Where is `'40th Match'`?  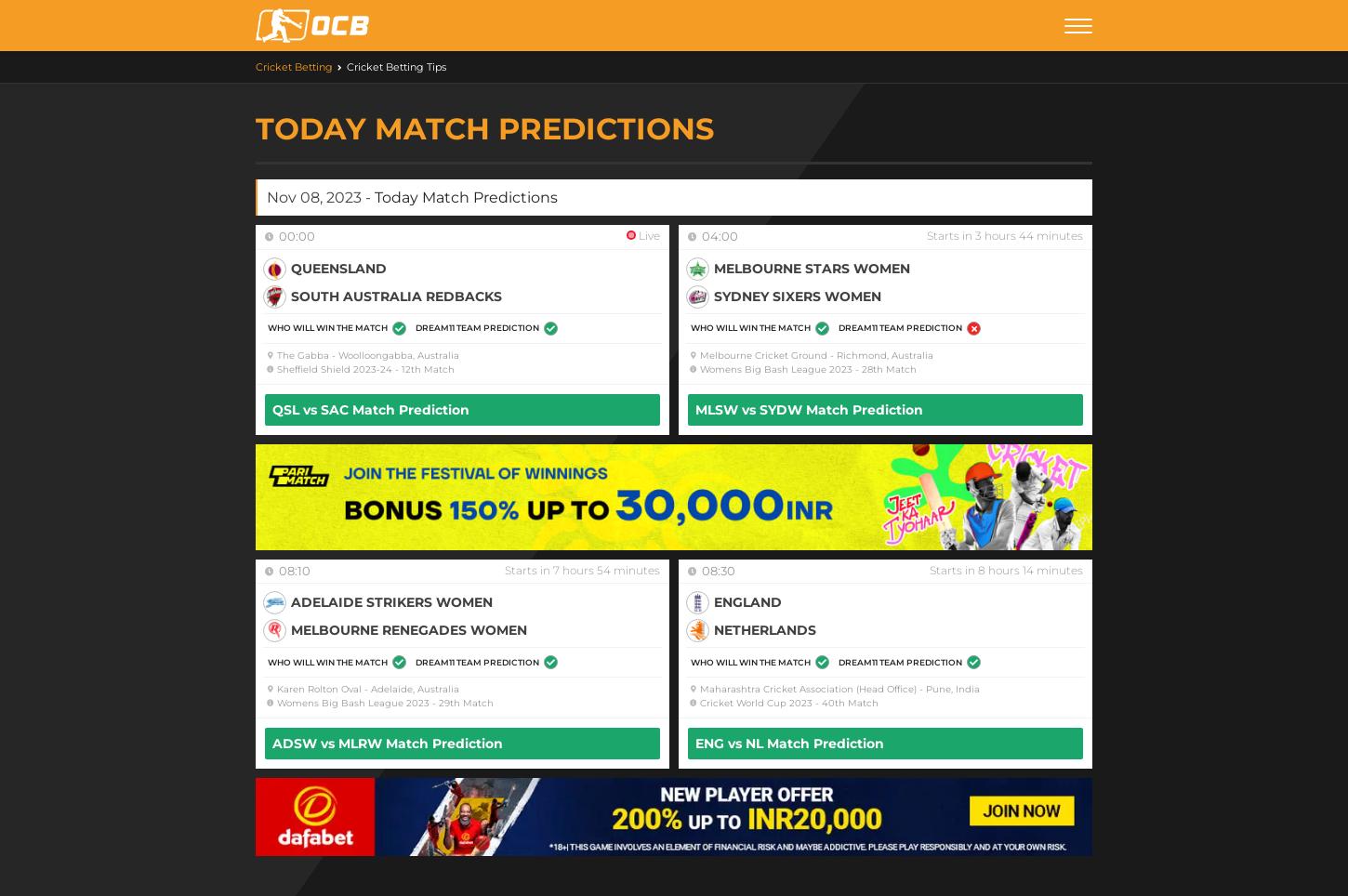
'40th Match' is located at coordinates (849, 702).